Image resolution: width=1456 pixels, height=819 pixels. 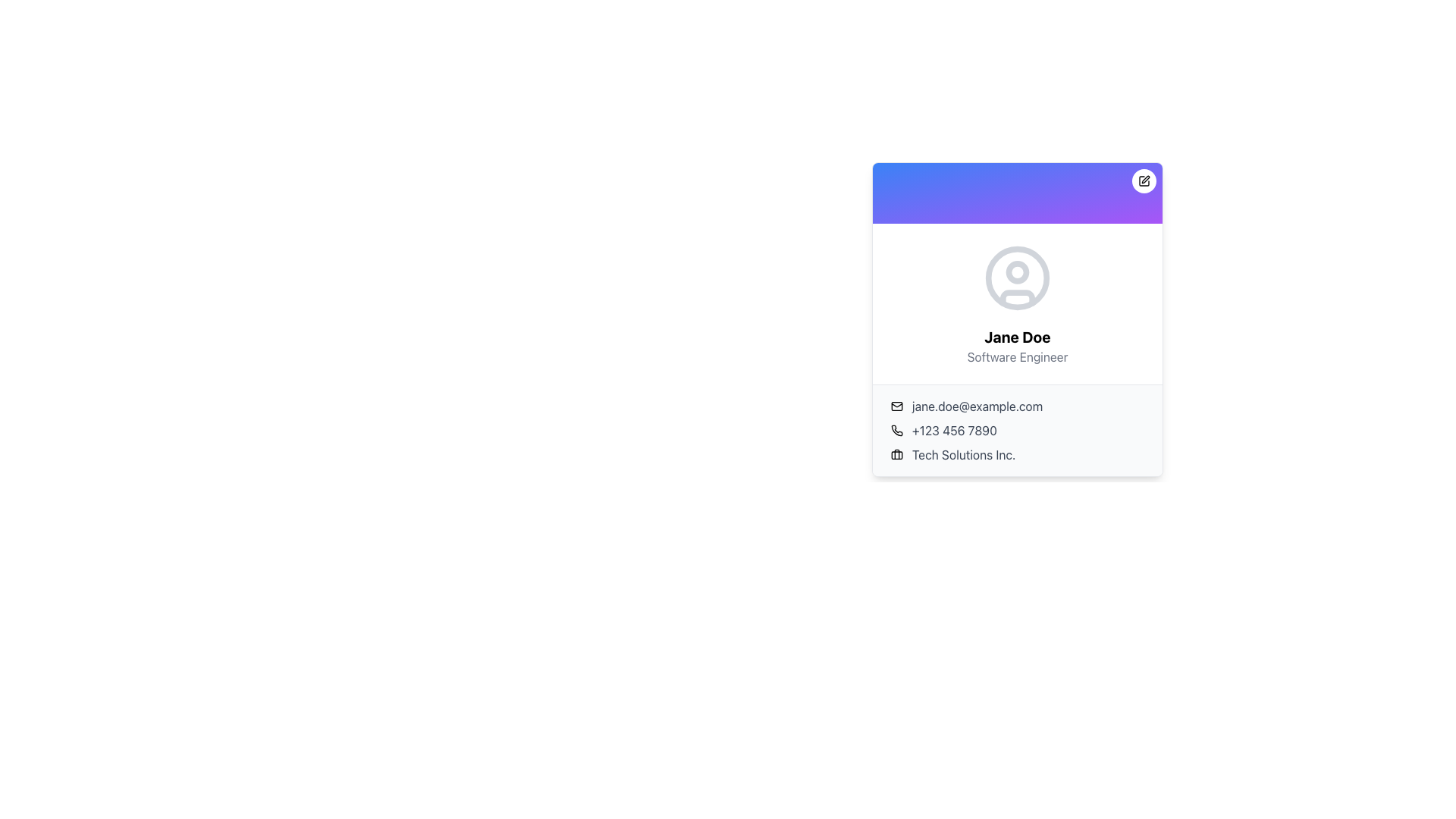 What do you see at coordinates (1018, 430) in the screenshot?
I see `the contact information section at the bottom of the card layout, which displays the user's email, phone number, and company affiliation` at bounding box center [1018, 430].